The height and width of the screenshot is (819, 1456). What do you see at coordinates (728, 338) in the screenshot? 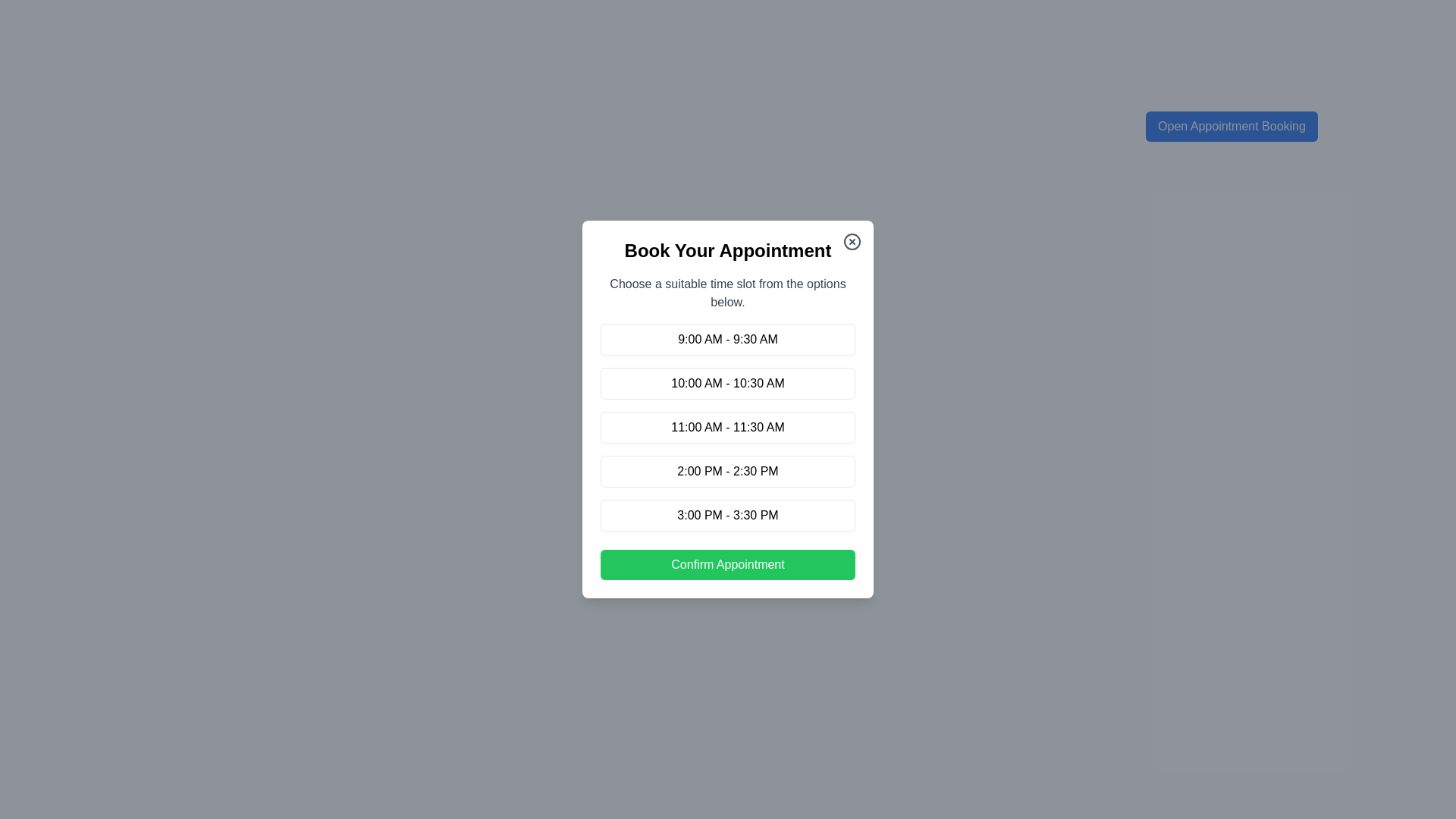
I see `the first button in the 'Book Your Appointment' modal` at bounding box center [728, 338].